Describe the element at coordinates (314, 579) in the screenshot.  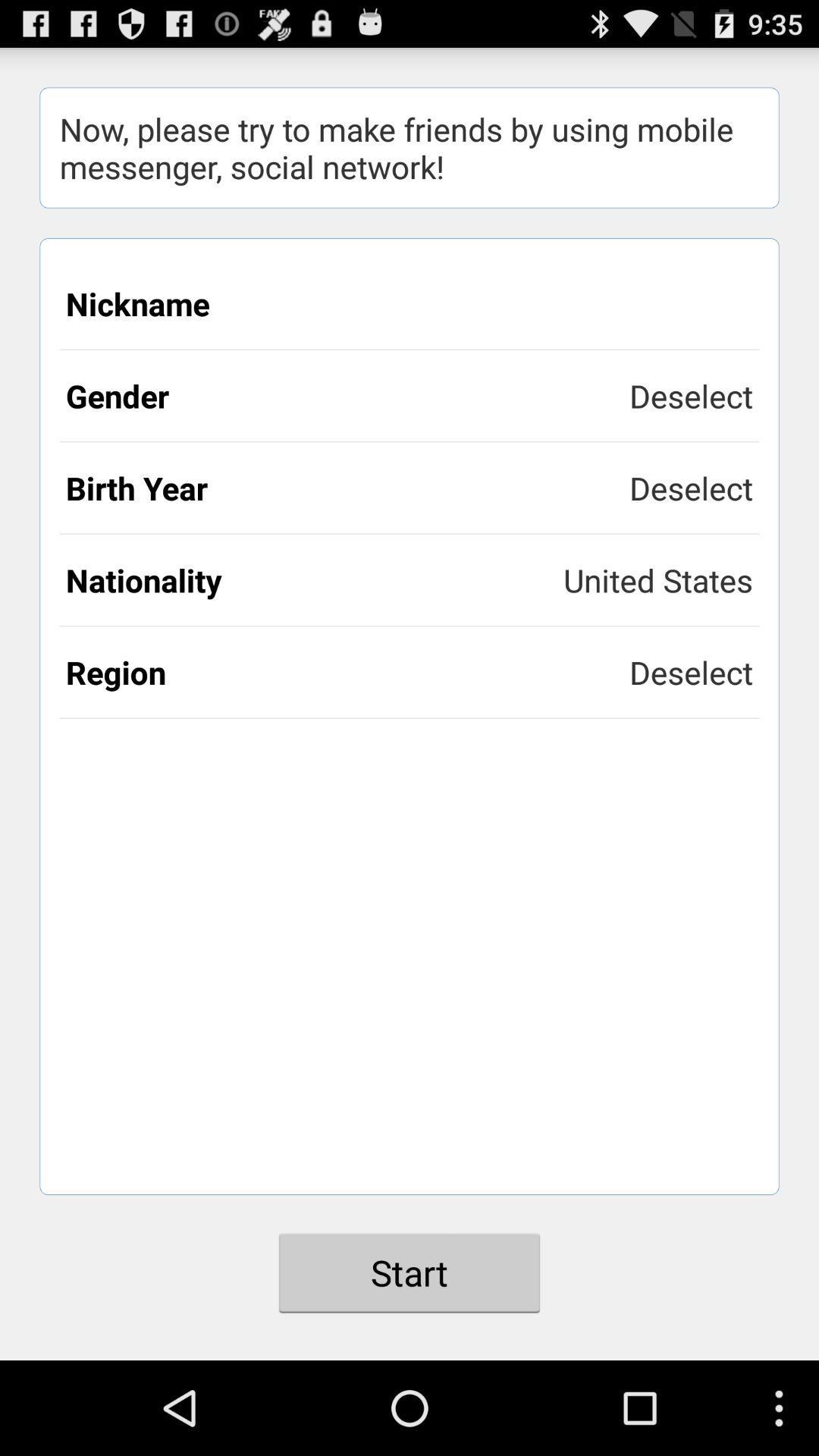
I see `app above the region` at that location.